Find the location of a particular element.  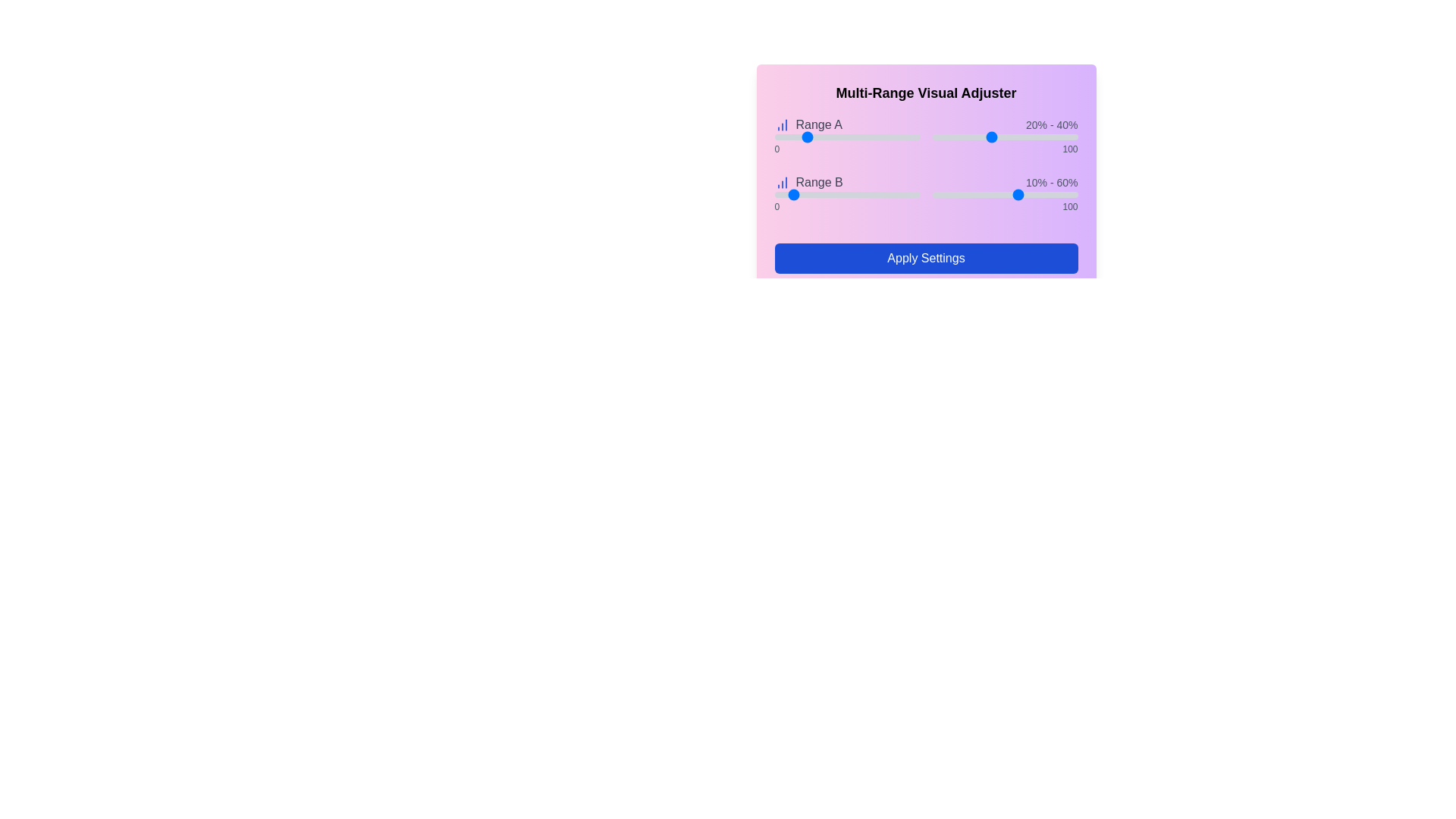

the slider is located at coordinates (891, 137).